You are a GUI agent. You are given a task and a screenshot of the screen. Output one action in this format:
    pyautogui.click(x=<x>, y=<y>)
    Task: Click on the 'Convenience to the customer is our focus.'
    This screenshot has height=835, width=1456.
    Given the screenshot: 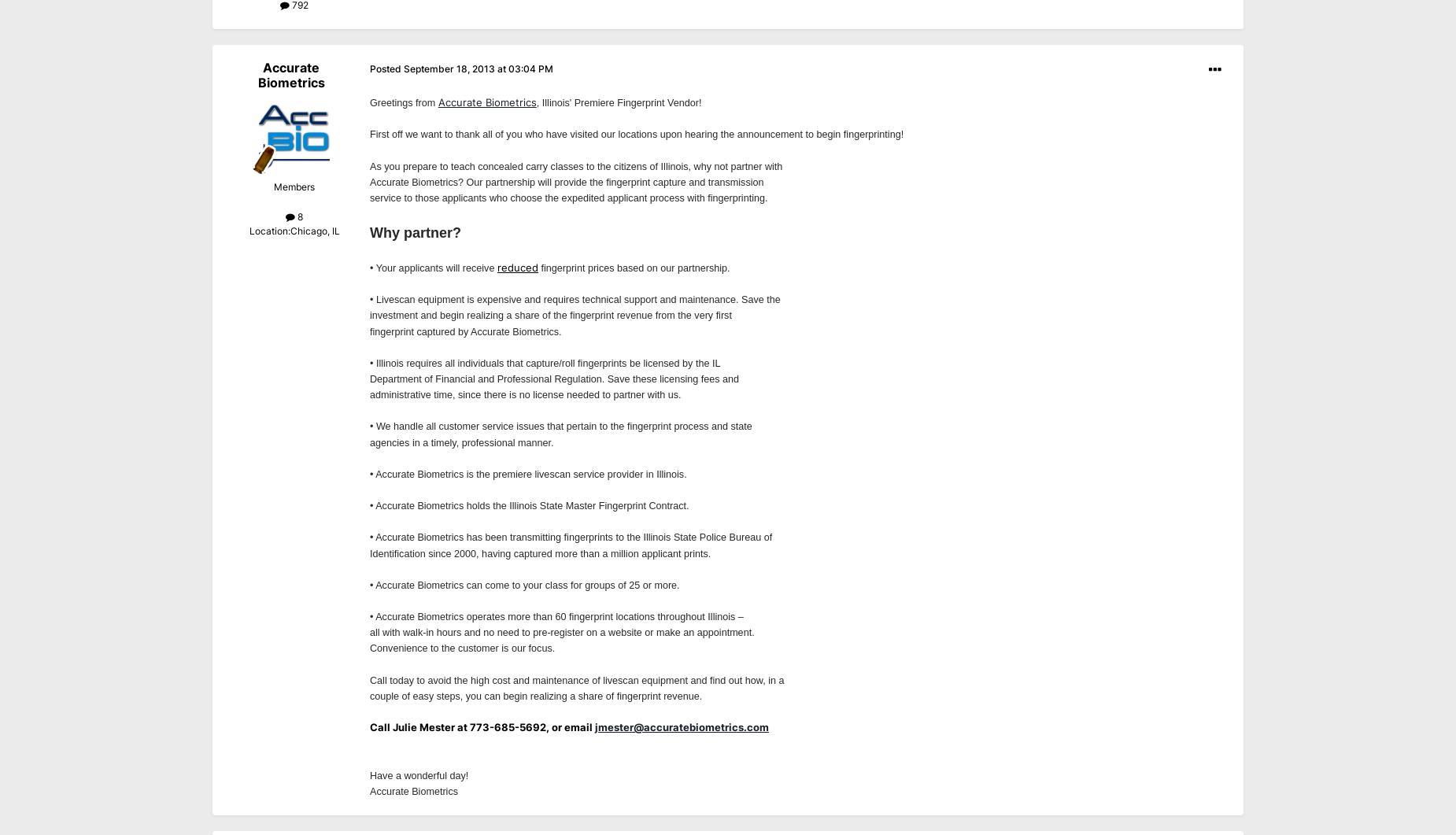 What is the action you would take?
    pyautogui.click(x=370, y=648)
    